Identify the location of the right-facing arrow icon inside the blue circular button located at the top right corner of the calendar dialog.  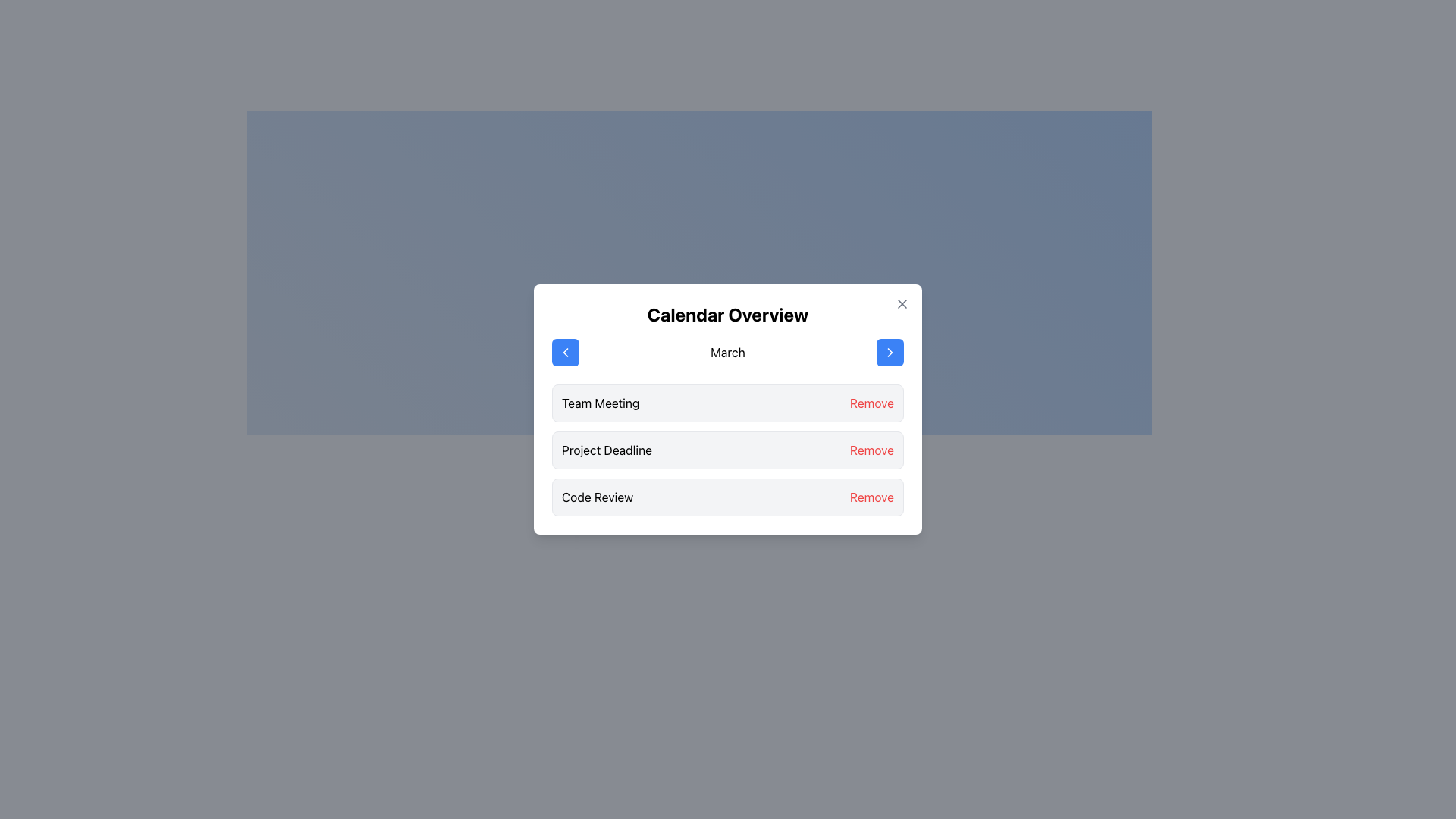
(890, 353).